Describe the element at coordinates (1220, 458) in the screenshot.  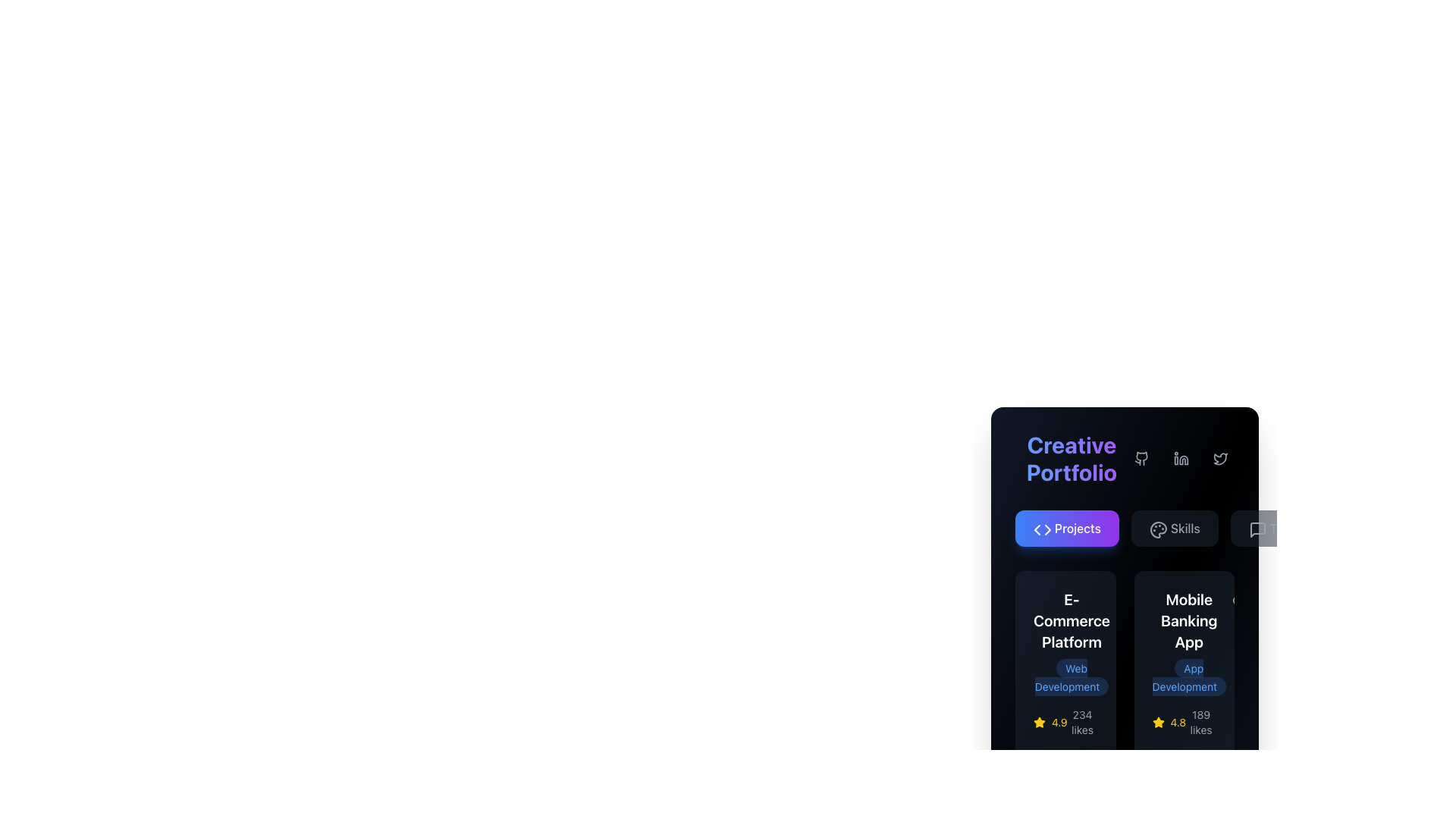
I see `the leftmost social media icon located at the top-right corner of the panel` at that location.